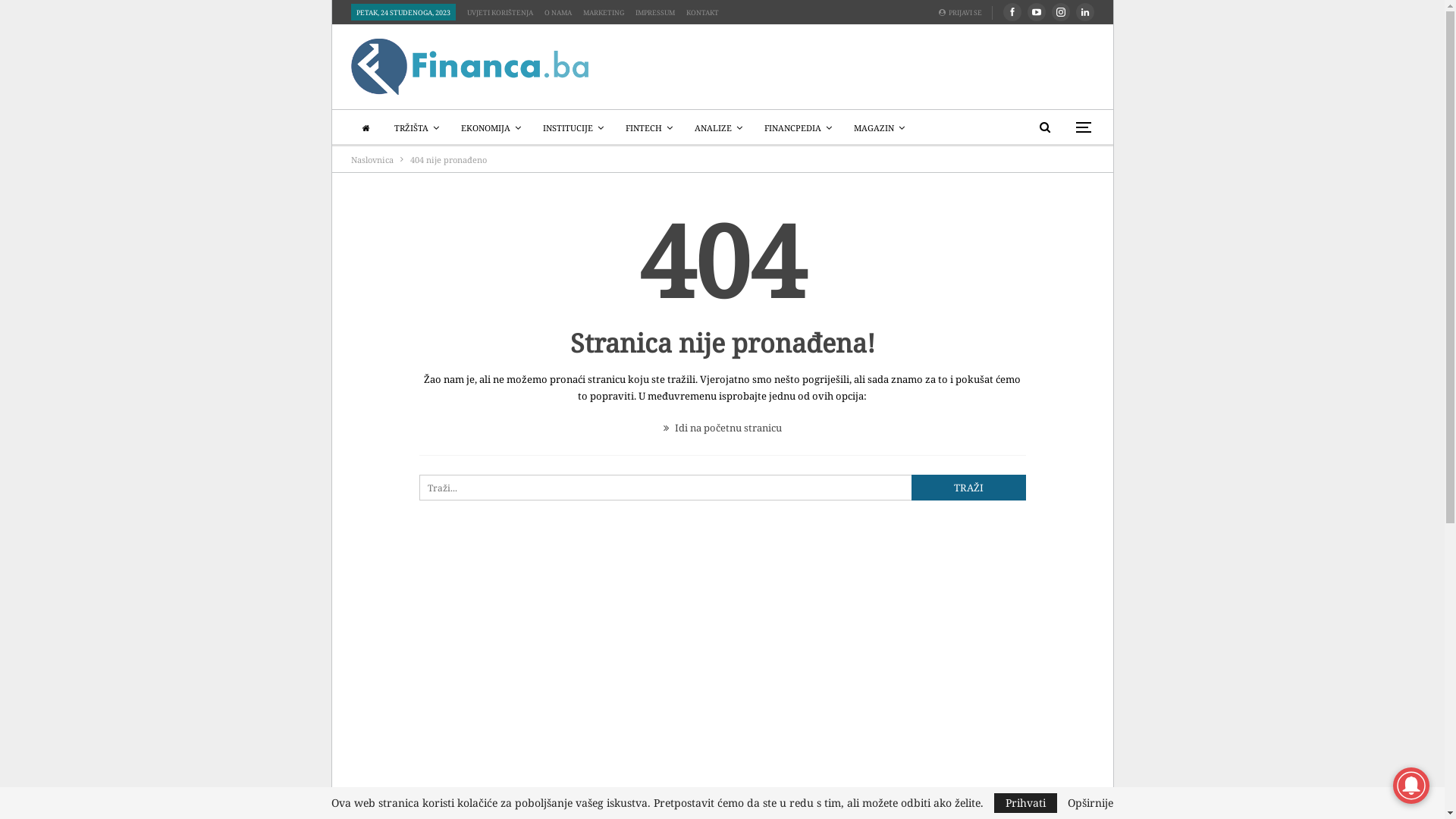 The height and width of the screenshot is (819, 1456). Describe the element at coordinates (879, 127) in the screenshot. I see `'MAGAZIN'` at that location.